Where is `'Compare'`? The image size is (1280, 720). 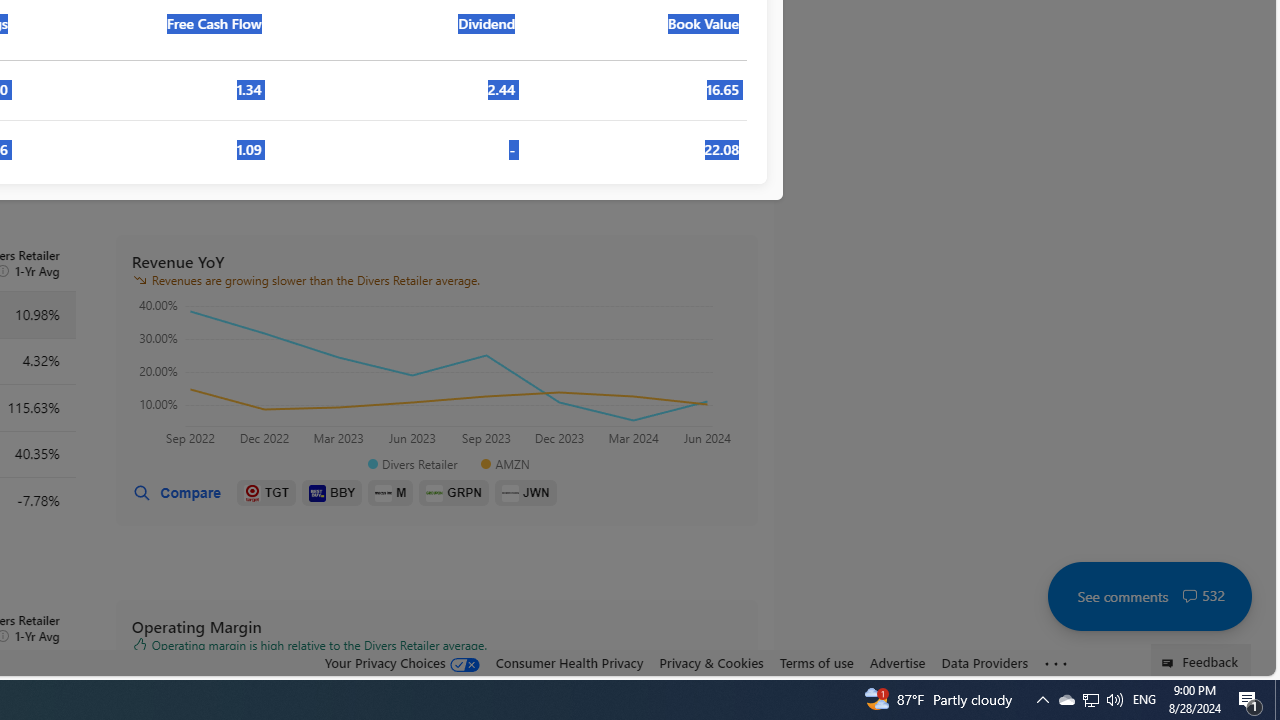
'Compare' is located at coordinates (176, 493).